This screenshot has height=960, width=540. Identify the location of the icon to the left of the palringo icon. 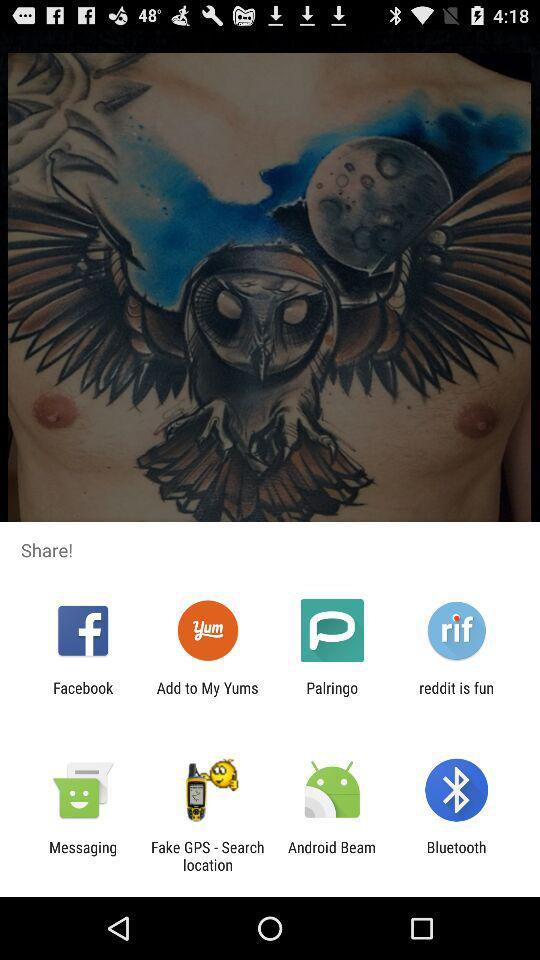
(206, 696).